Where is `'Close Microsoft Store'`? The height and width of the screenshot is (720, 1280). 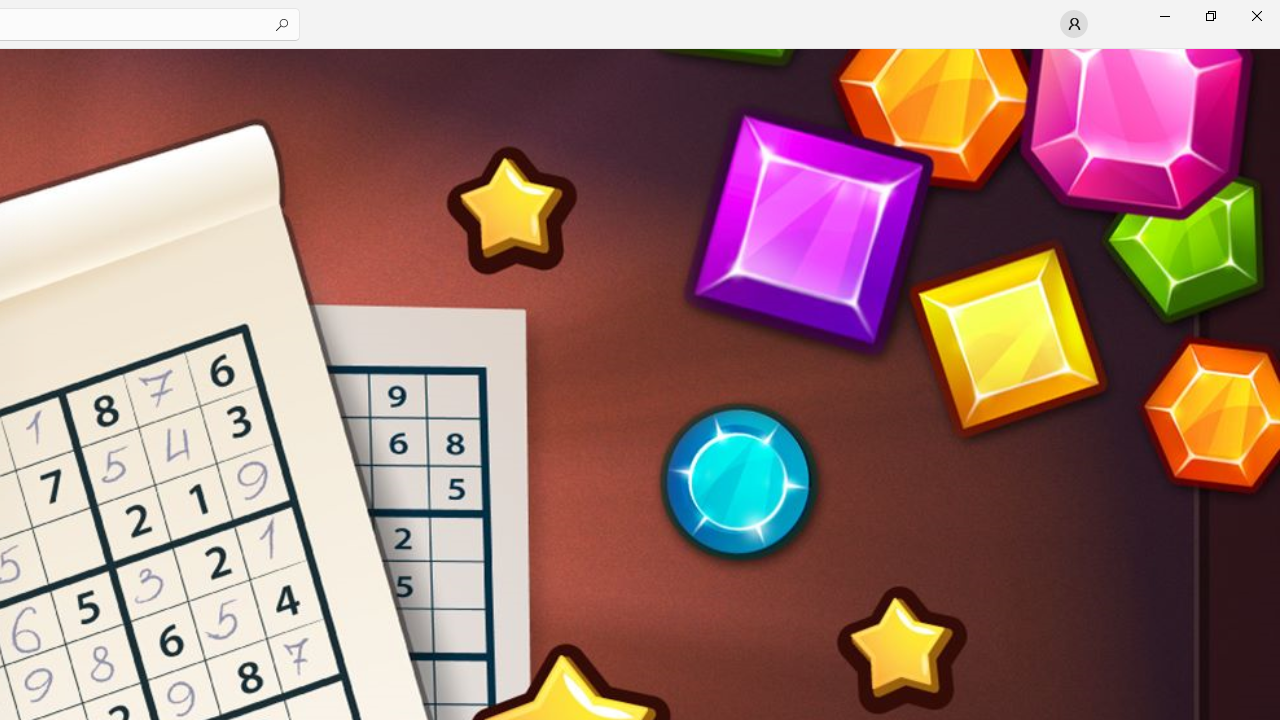 'Close Microsoft Store' is located at coordinates (1255, 15).